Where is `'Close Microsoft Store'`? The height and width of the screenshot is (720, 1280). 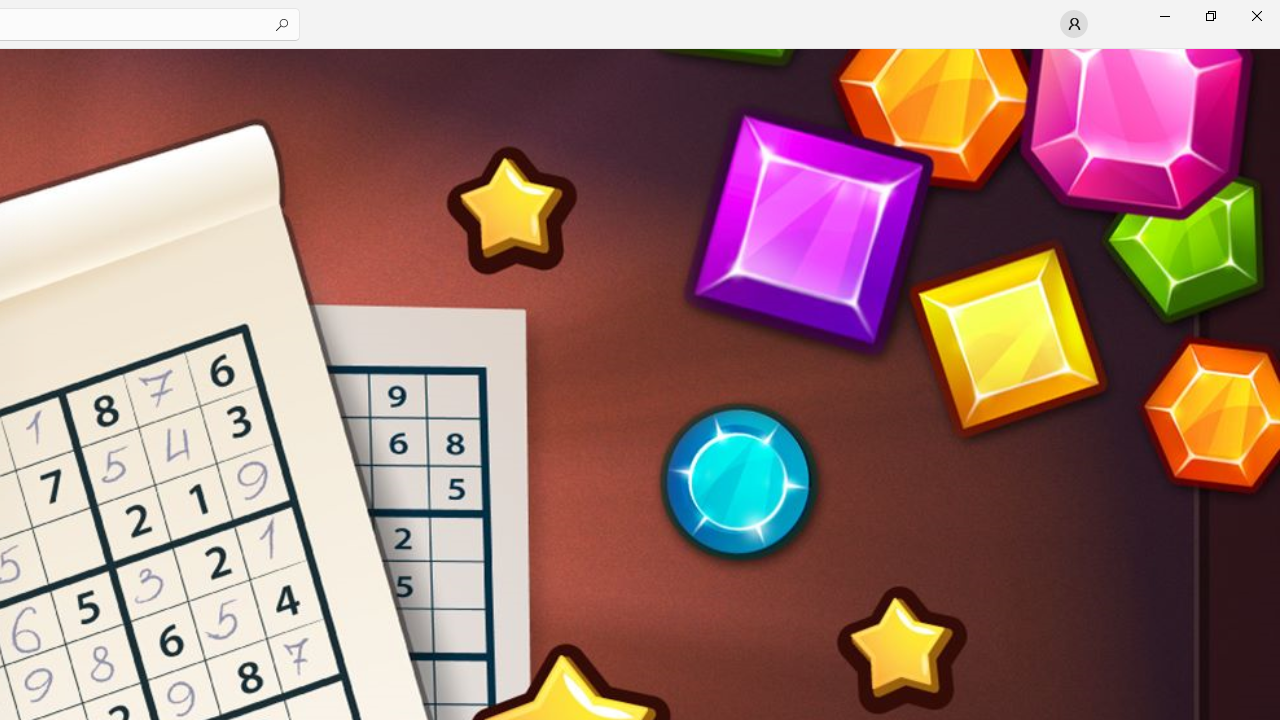 'Close Microsoft Store' is located at coordinates (1255, 15).